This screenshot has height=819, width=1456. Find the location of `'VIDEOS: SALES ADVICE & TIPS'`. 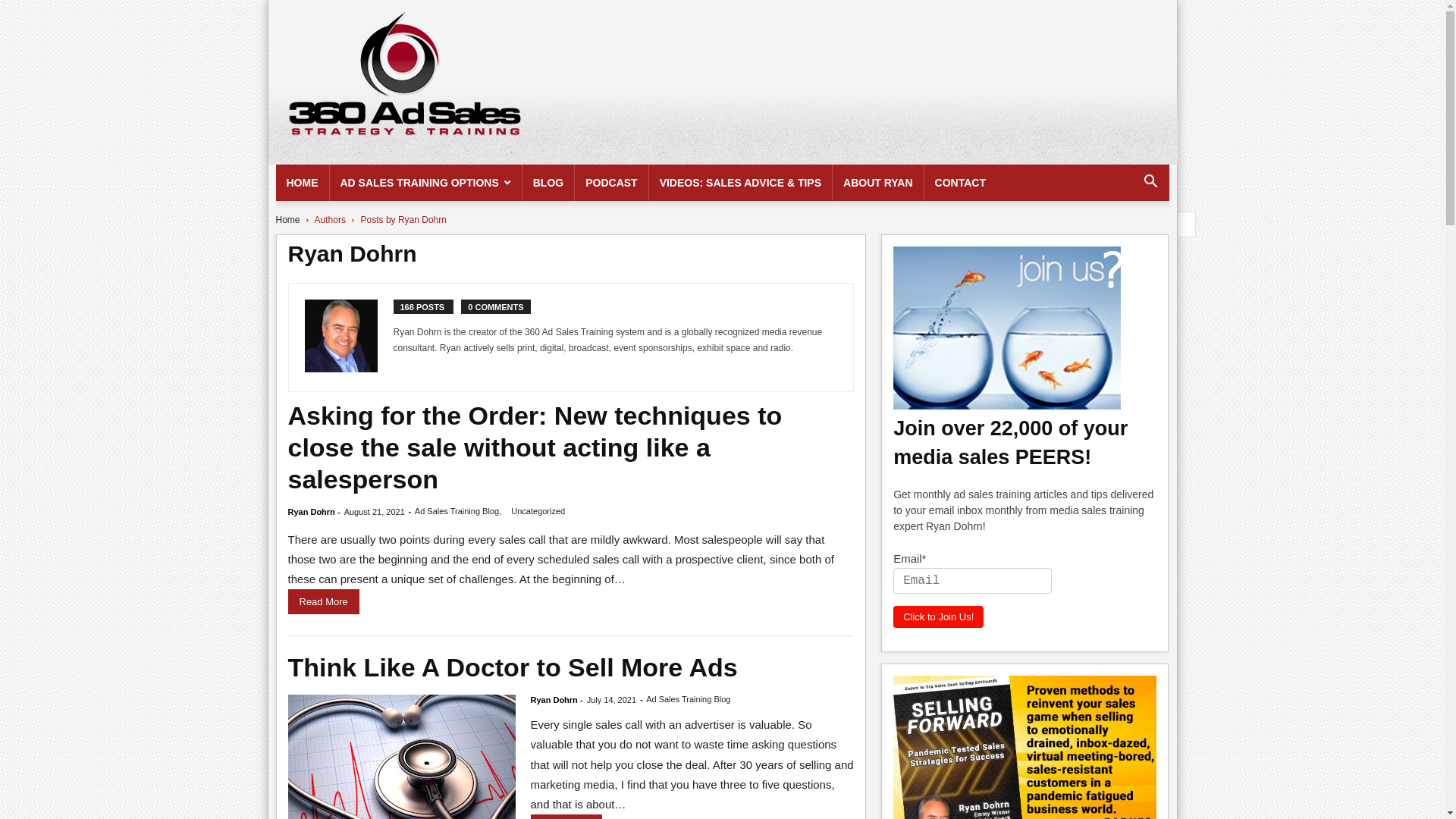

'VIDEOS: SALES ADVICE & TIPS' is located at coordinates (740, 181).